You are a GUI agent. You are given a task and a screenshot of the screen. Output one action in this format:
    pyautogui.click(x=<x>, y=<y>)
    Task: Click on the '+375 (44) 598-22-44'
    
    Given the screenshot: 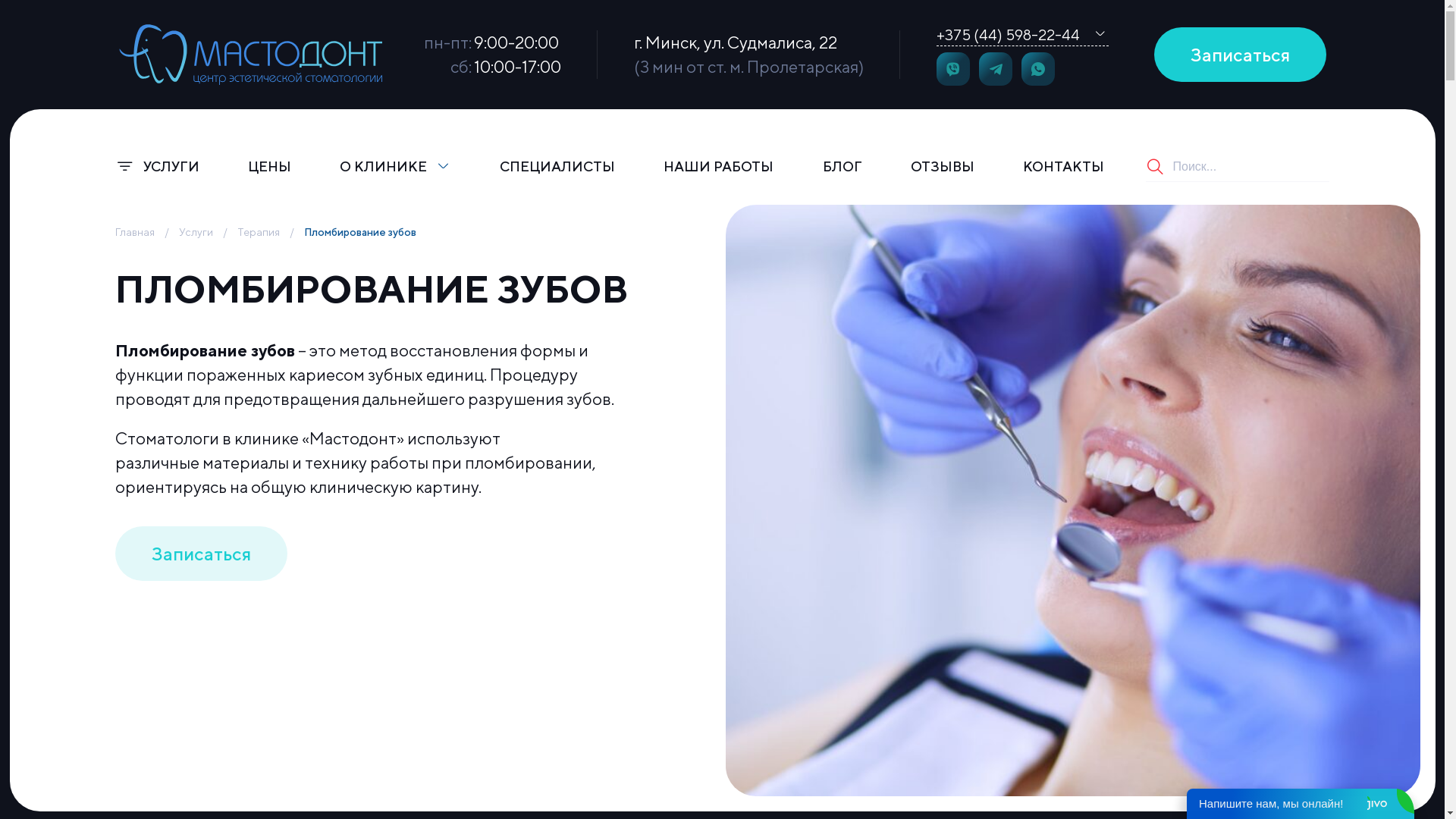 What is the action you would take?
    pyautogui.click(x=1007, y=34)
    